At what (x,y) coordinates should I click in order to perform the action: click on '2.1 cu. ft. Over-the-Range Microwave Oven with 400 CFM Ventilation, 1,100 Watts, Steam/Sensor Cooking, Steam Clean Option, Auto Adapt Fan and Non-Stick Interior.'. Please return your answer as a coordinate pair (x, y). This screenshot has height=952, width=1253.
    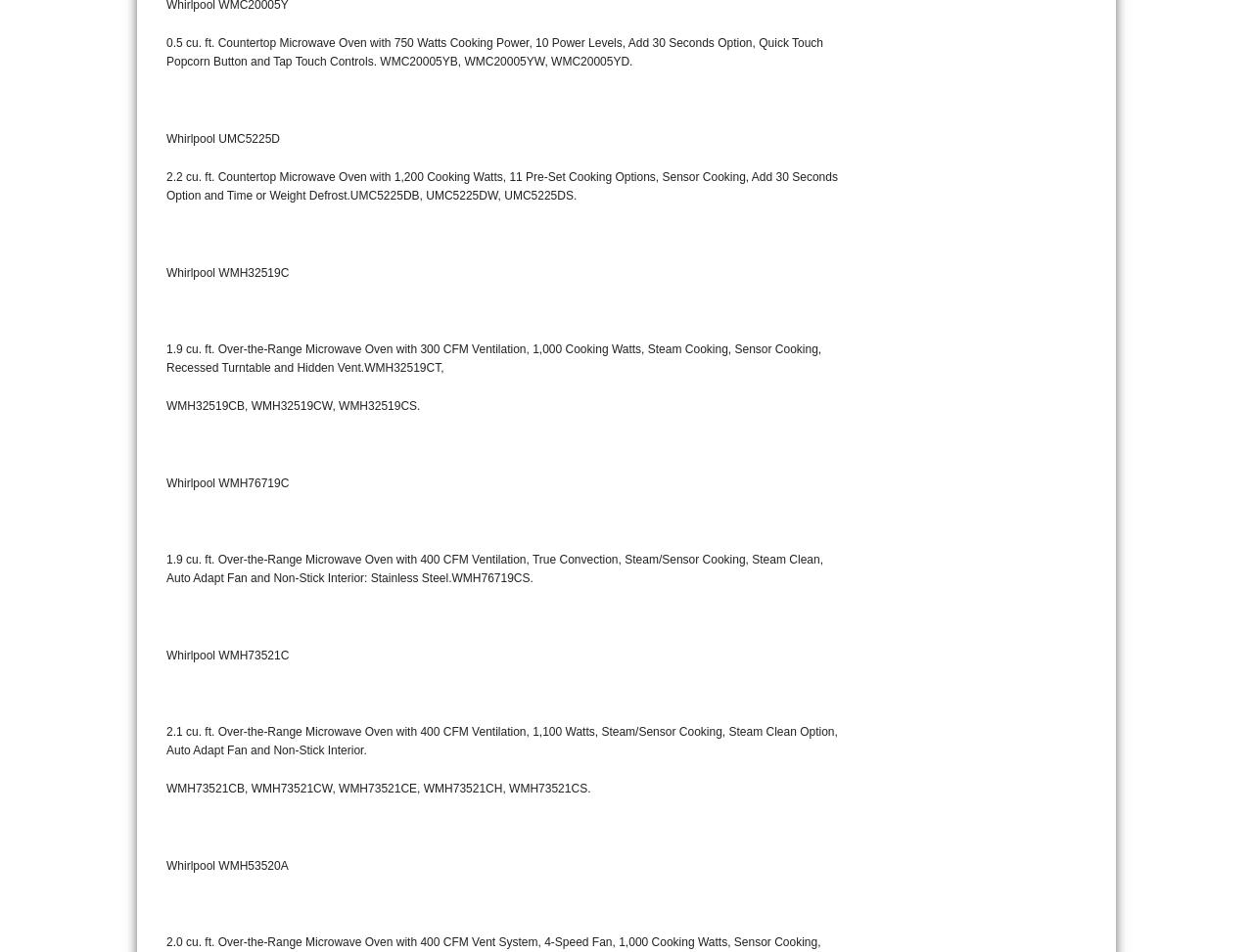
    Looking at the image, I should click on (501, 740).